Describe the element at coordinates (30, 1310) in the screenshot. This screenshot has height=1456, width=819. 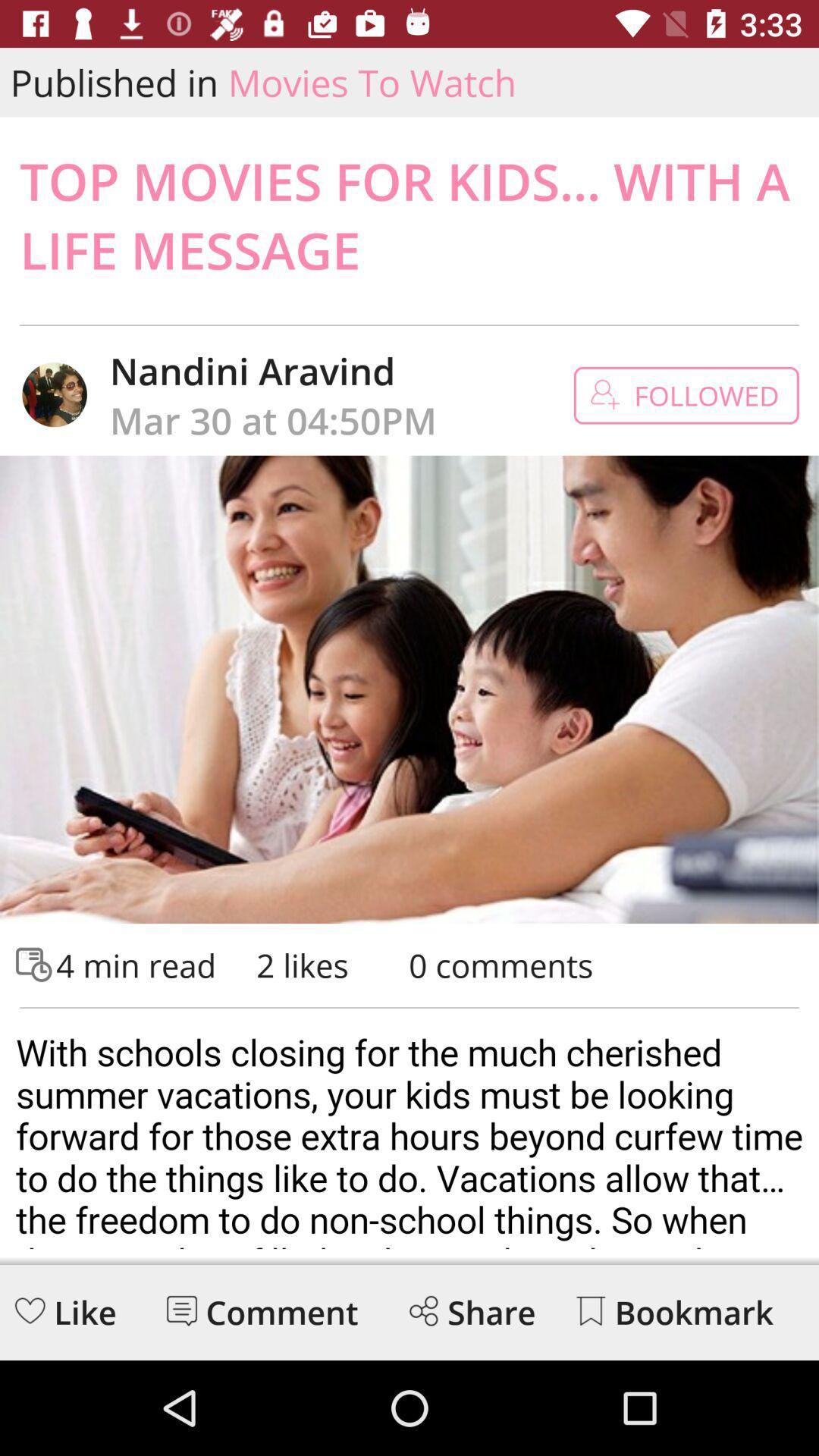
I see `tap to like` at that location.